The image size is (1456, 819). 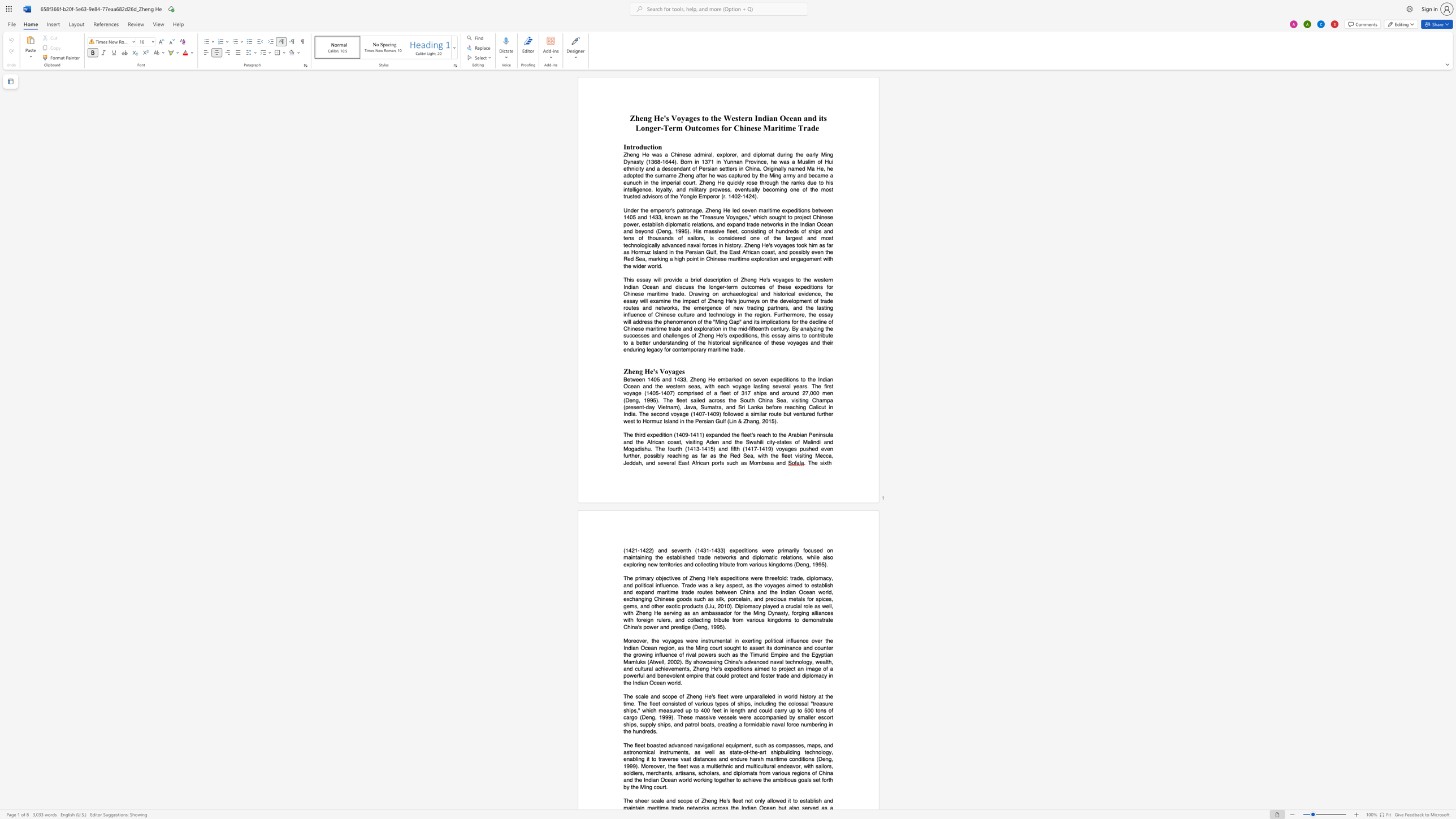 What do you see at coordinates (714, 549) in the screenshot?
I see `the subset text "433) expeditions" within the text "(1421-1422) and seventh (1431-1433) expeditions were primarily focused on"` at bounding box center [714, 549].